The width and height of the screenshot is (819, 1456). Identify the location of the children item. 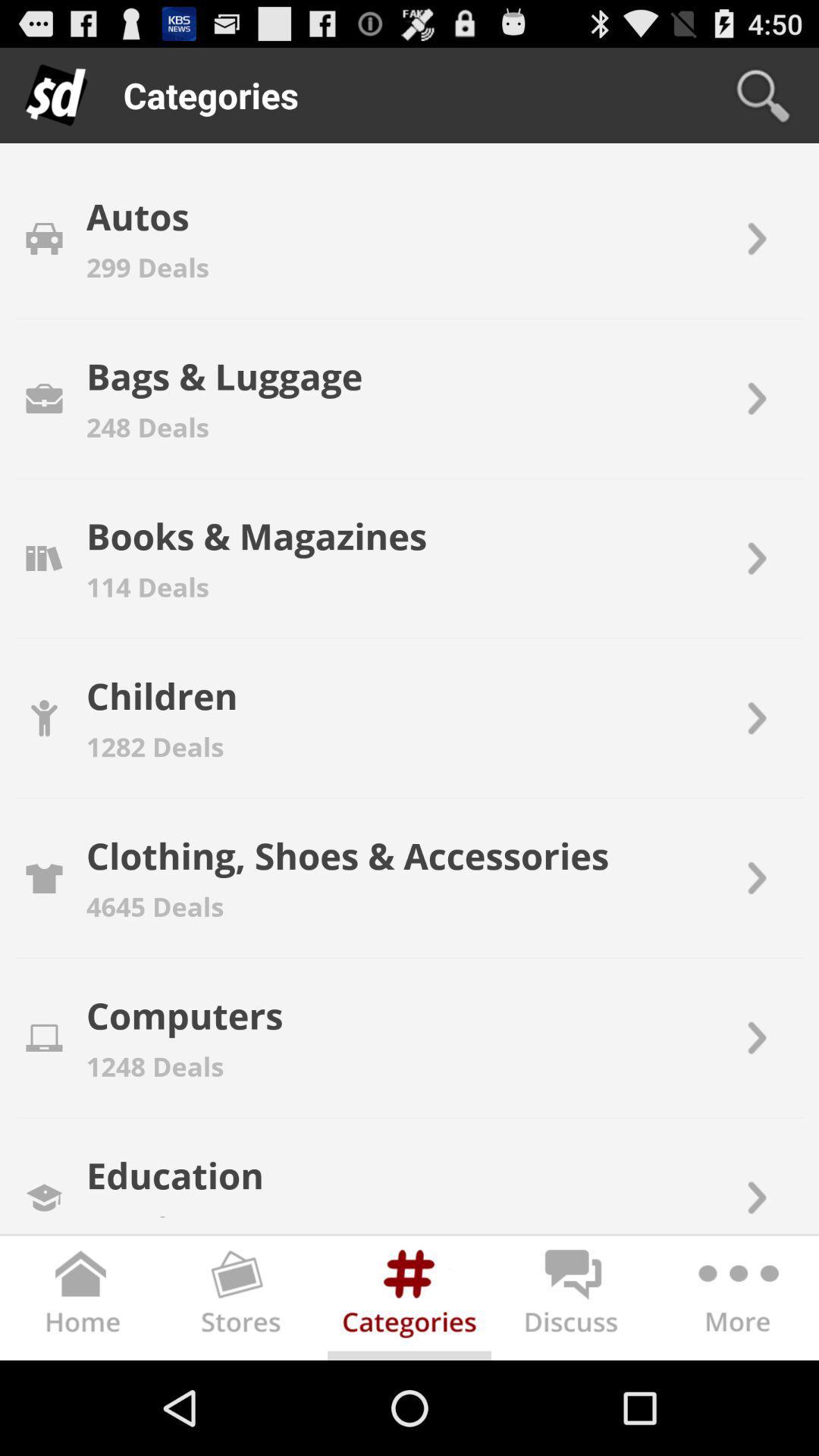
(162, 695).